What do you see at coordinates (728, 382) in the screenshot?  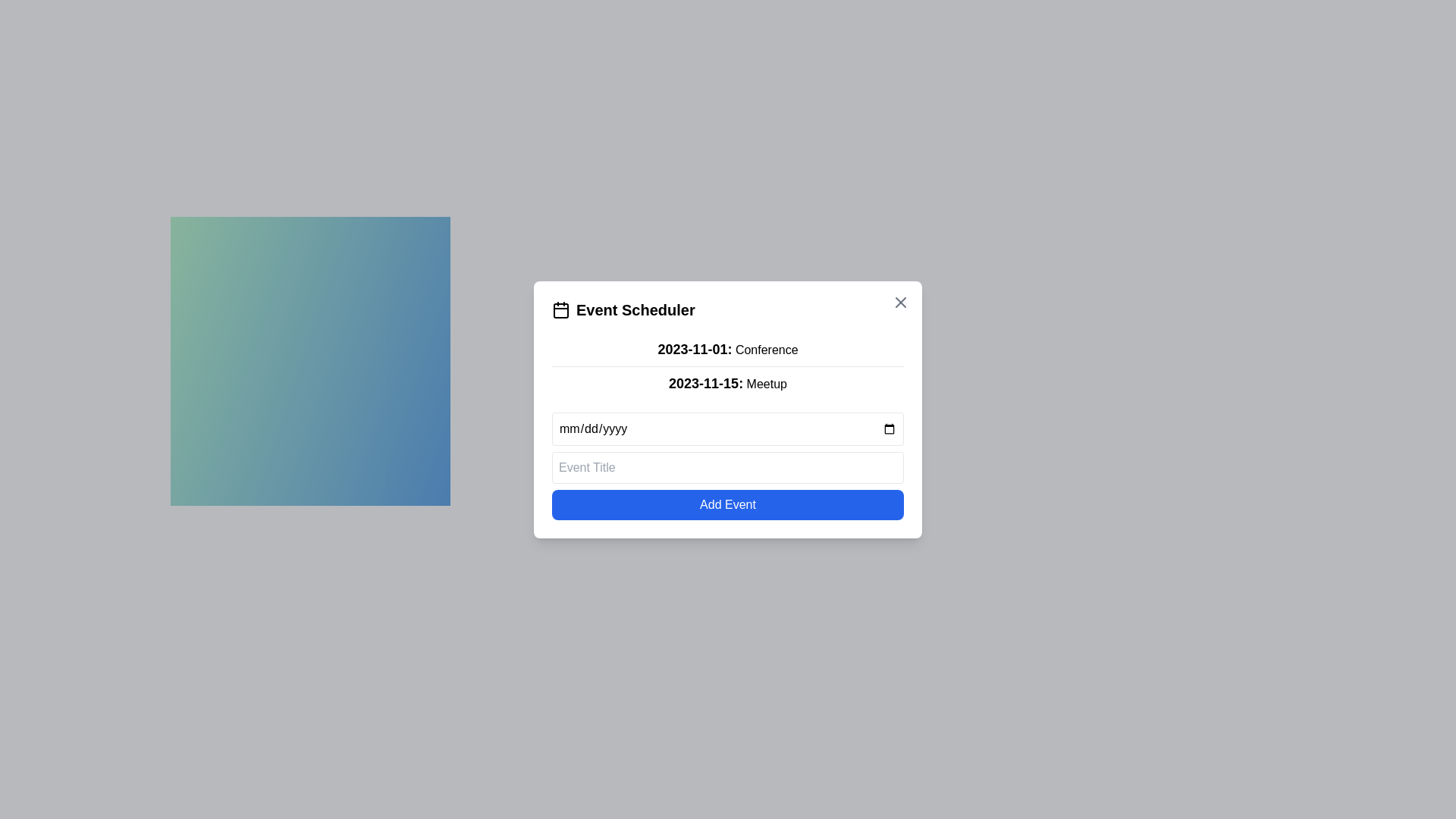 I see `the text label displaying '2023-11-15: Meetup' in the event list under 'Event Scheduler'` at bounding box center [728, 382].